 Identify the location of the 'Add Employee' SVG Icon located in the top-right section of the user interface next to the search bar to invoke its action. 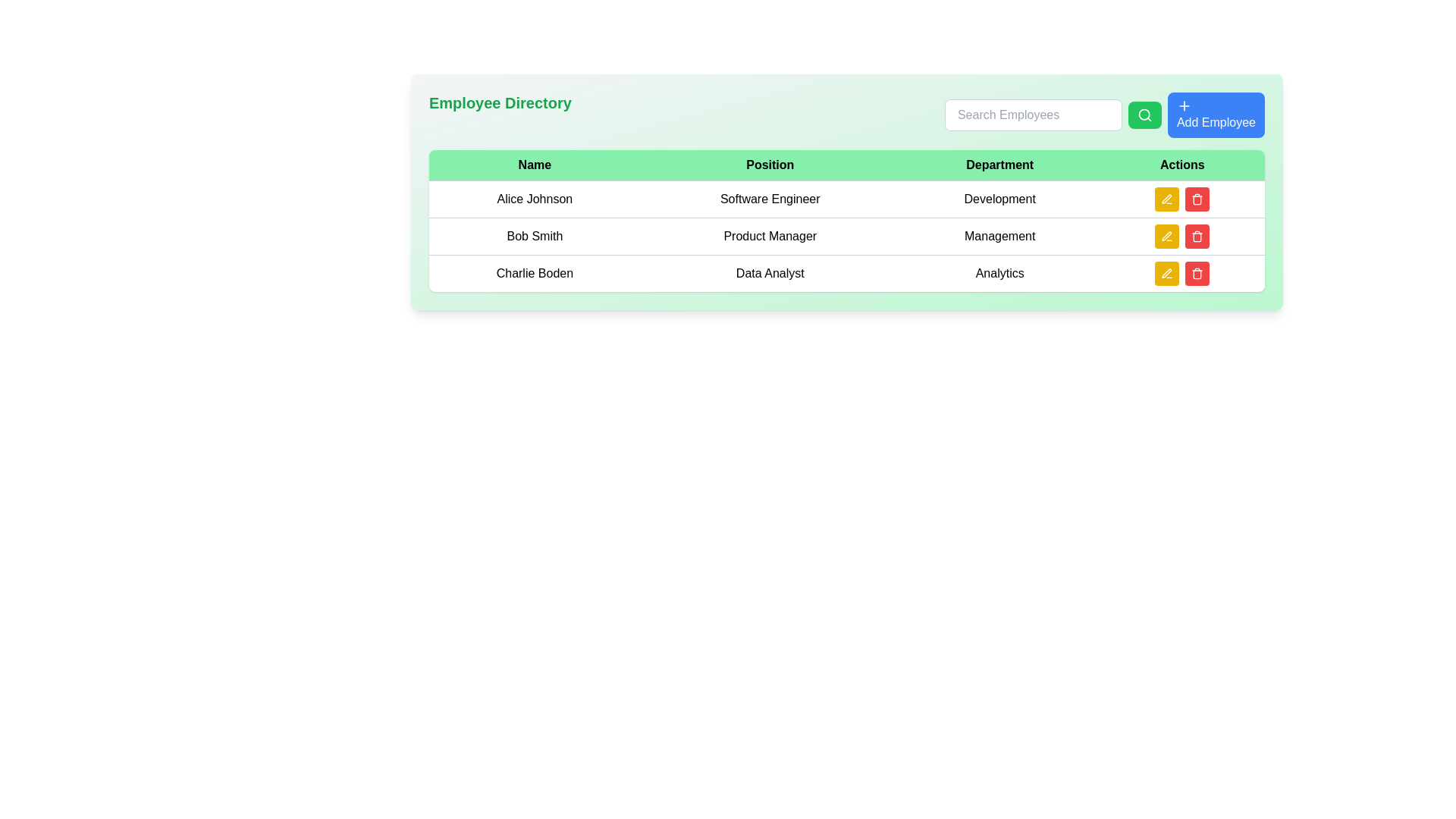
(1183, 105).